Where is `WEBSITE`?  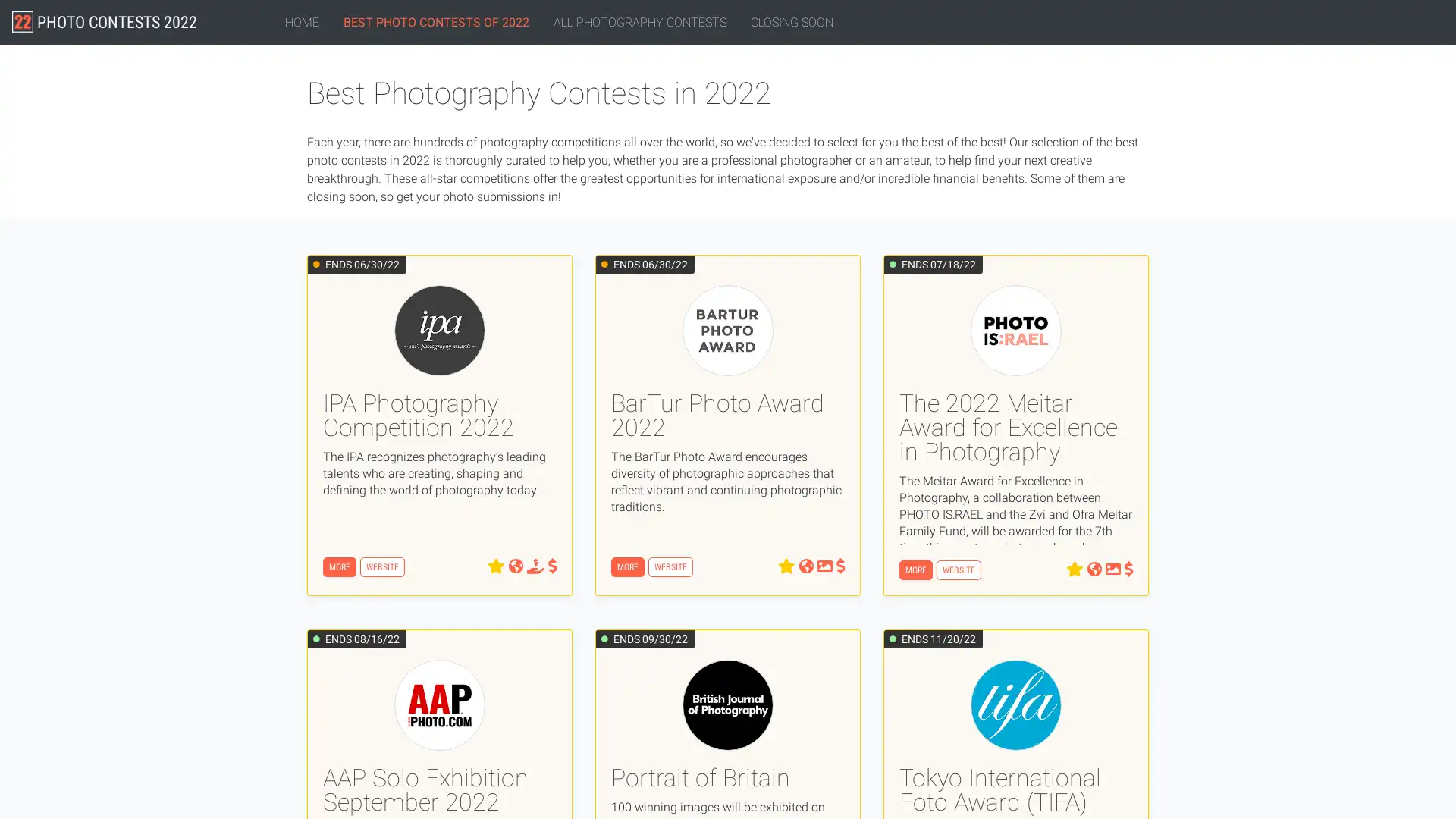 WEBSITE is located at coordinates (382, 567).